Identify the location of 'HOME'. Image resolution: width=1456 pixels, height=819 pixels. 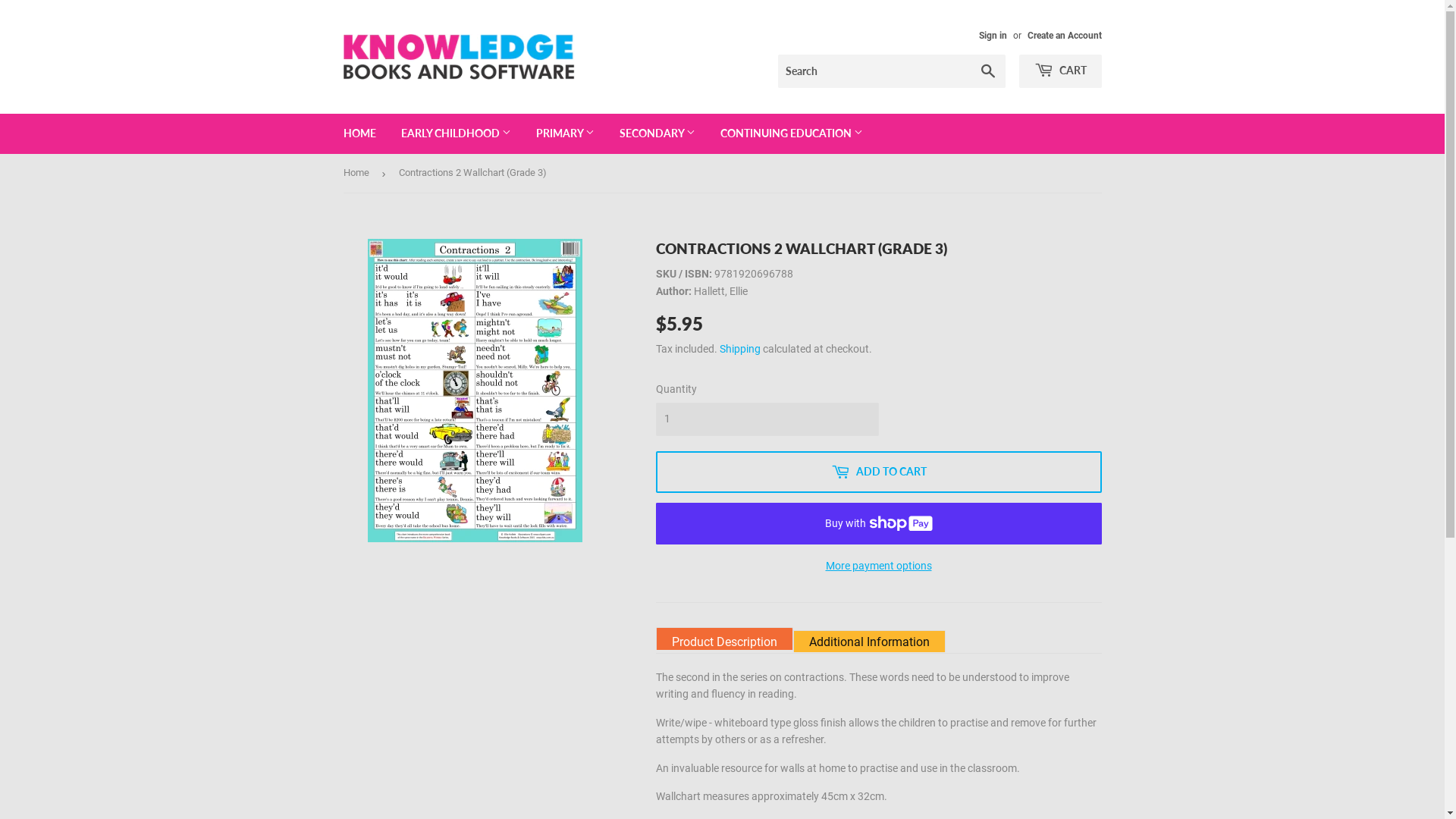
(331, 133).